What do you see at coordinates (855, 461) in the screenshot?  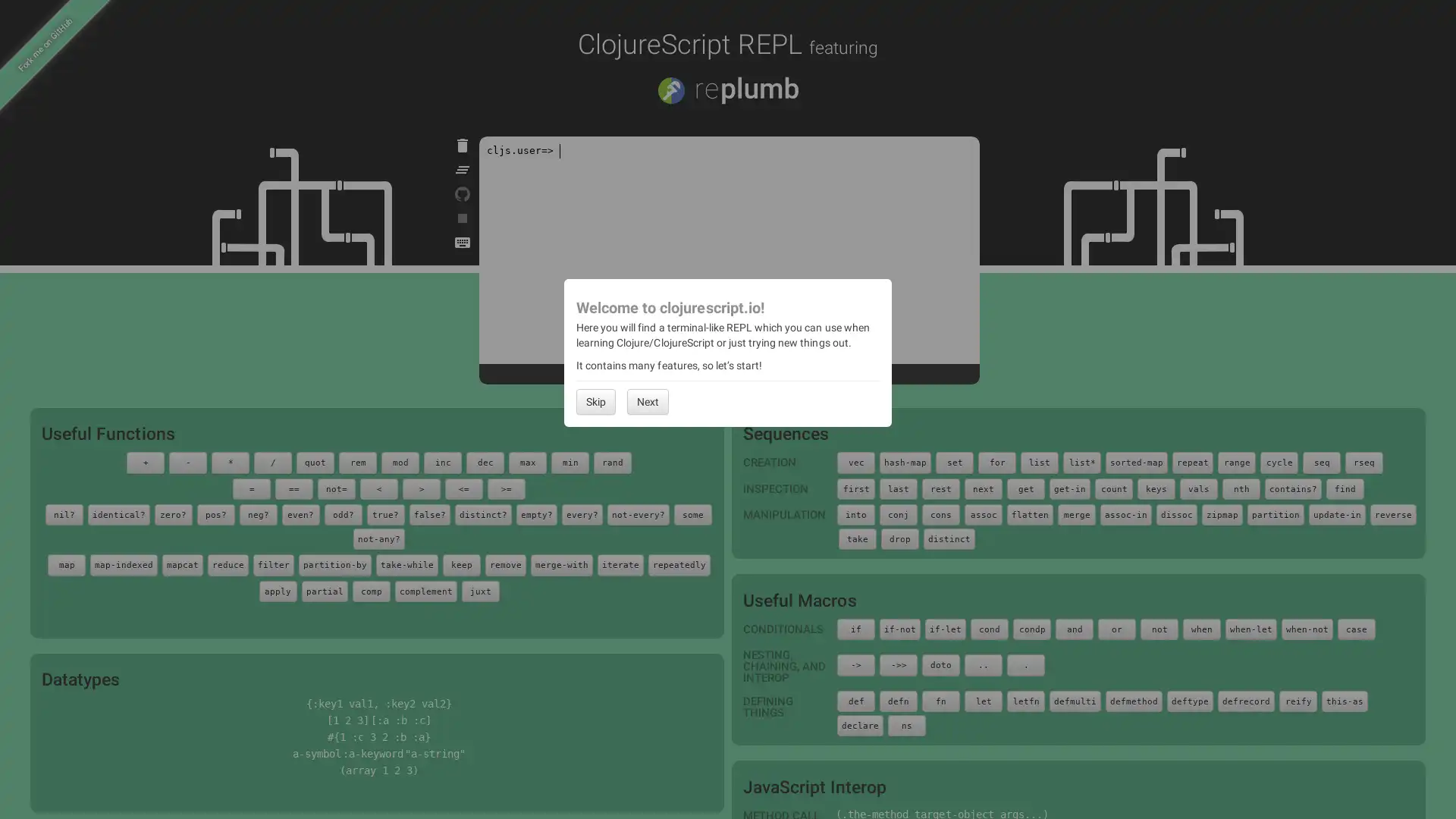 I see `vec` at bounding box center [855, 461].